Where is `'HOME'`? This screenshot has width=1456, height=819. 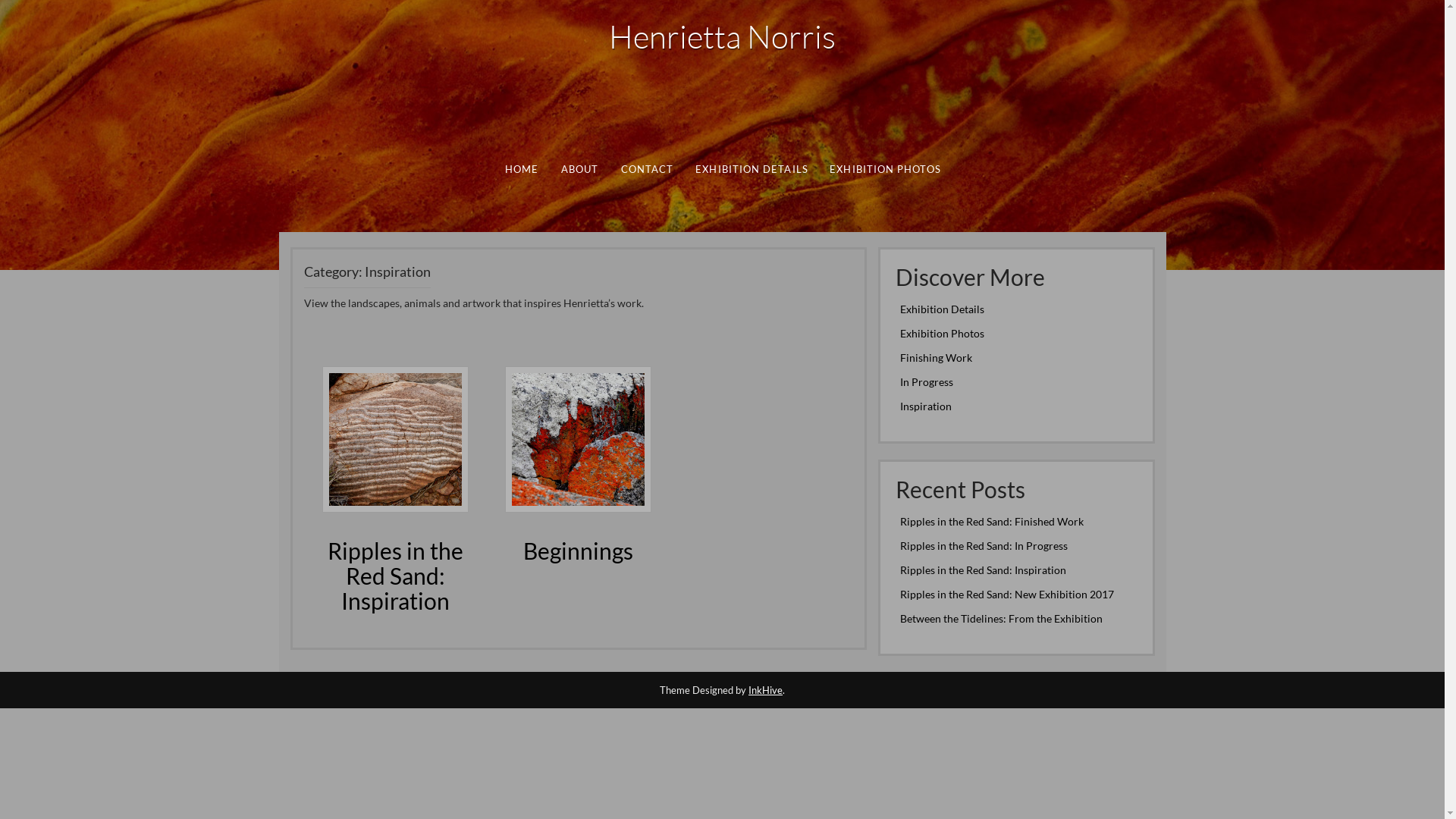 'HOME' is located at coordinates (520, 169).